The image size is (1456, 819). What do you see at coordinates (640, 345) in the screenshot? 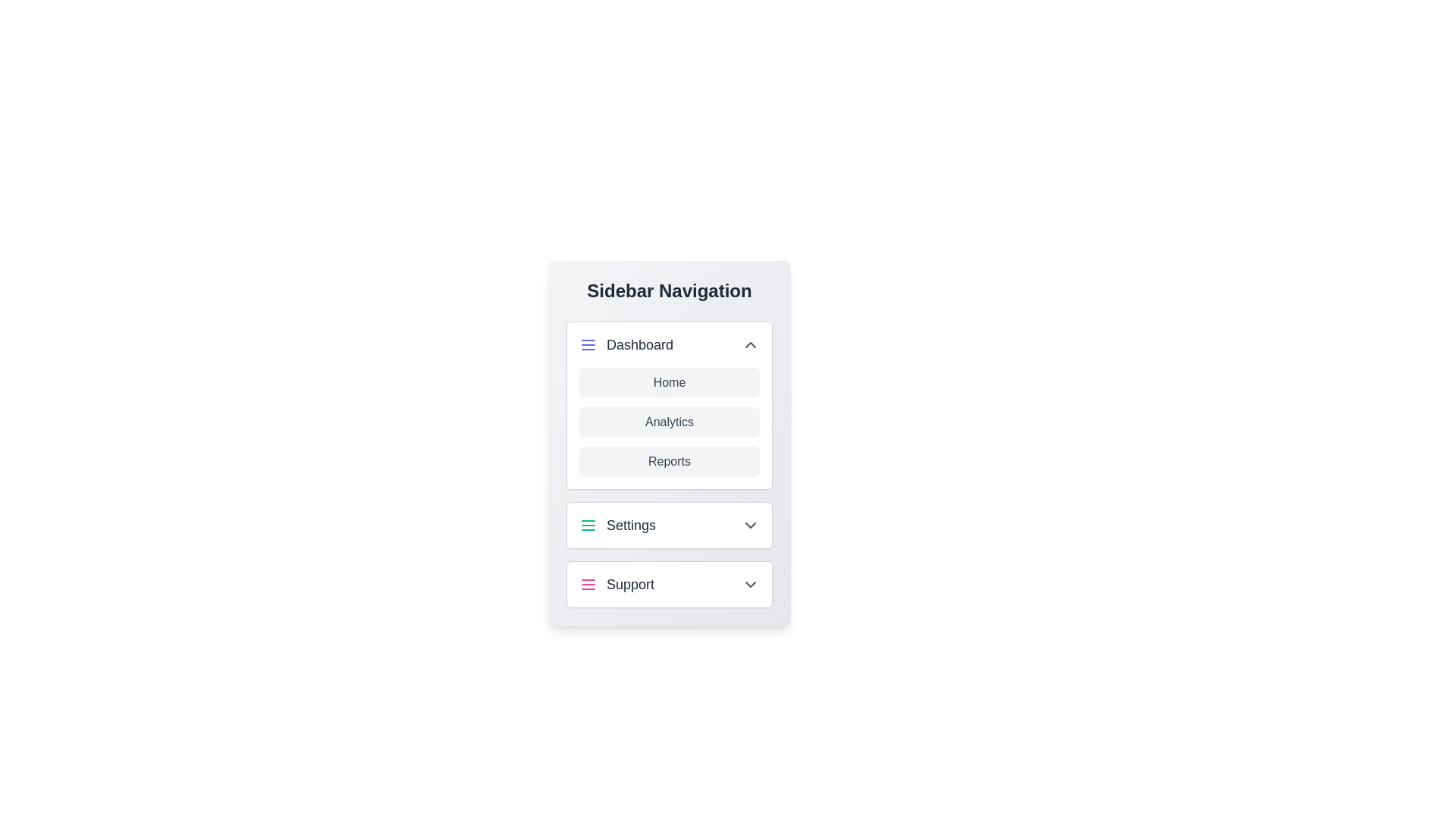
I see `text of the 'Dashboard' text label located in the vertical navigation sidebar, positioned near the top of the first group` at bounding box center [640, 345].